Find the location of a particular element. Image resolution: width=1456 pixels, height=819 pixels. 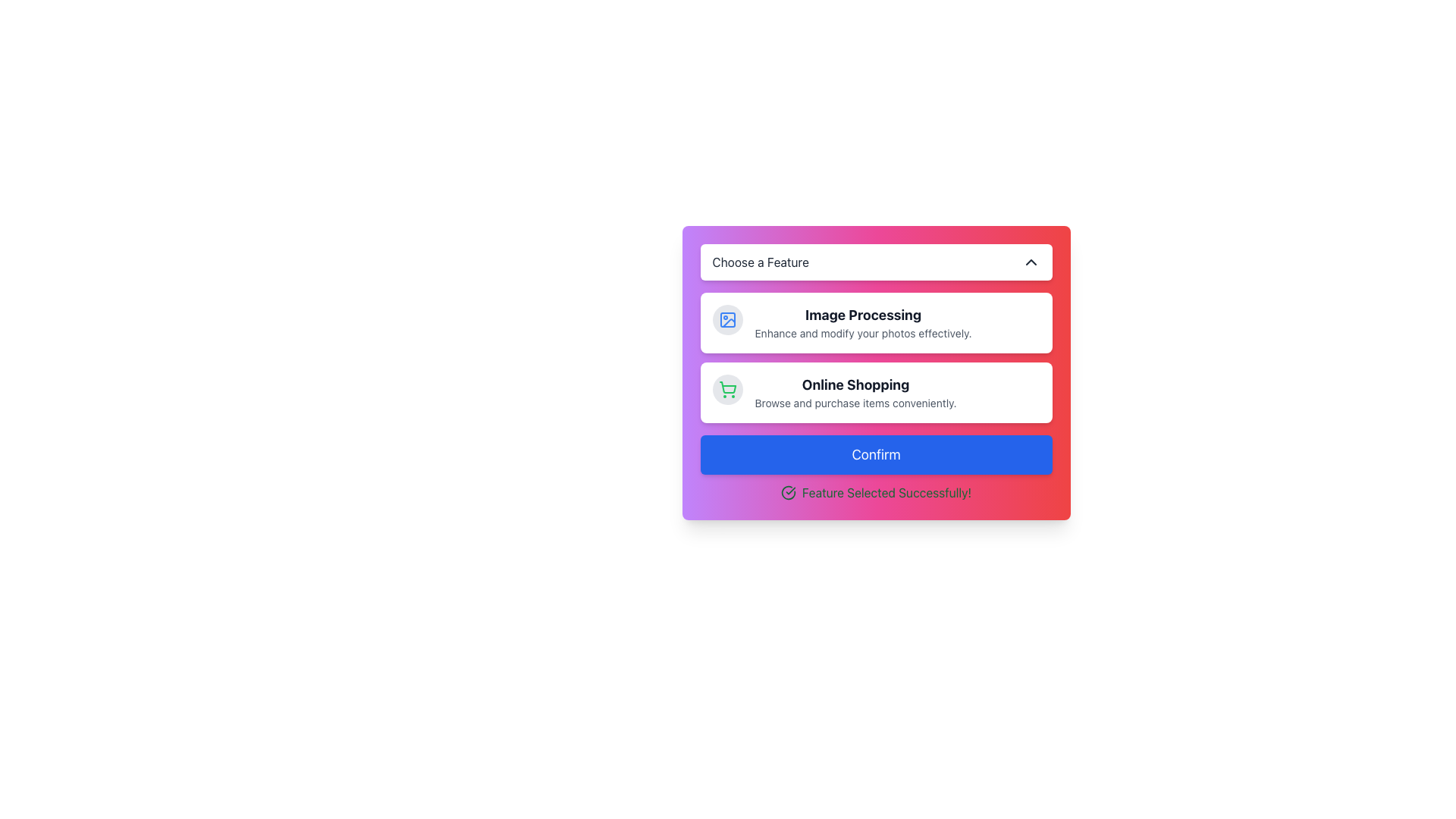

the static text element displaying 'Enhance and modify your photos effectively.' which is located below the title 'Image Processing.' is located at coordinates (863, 332).